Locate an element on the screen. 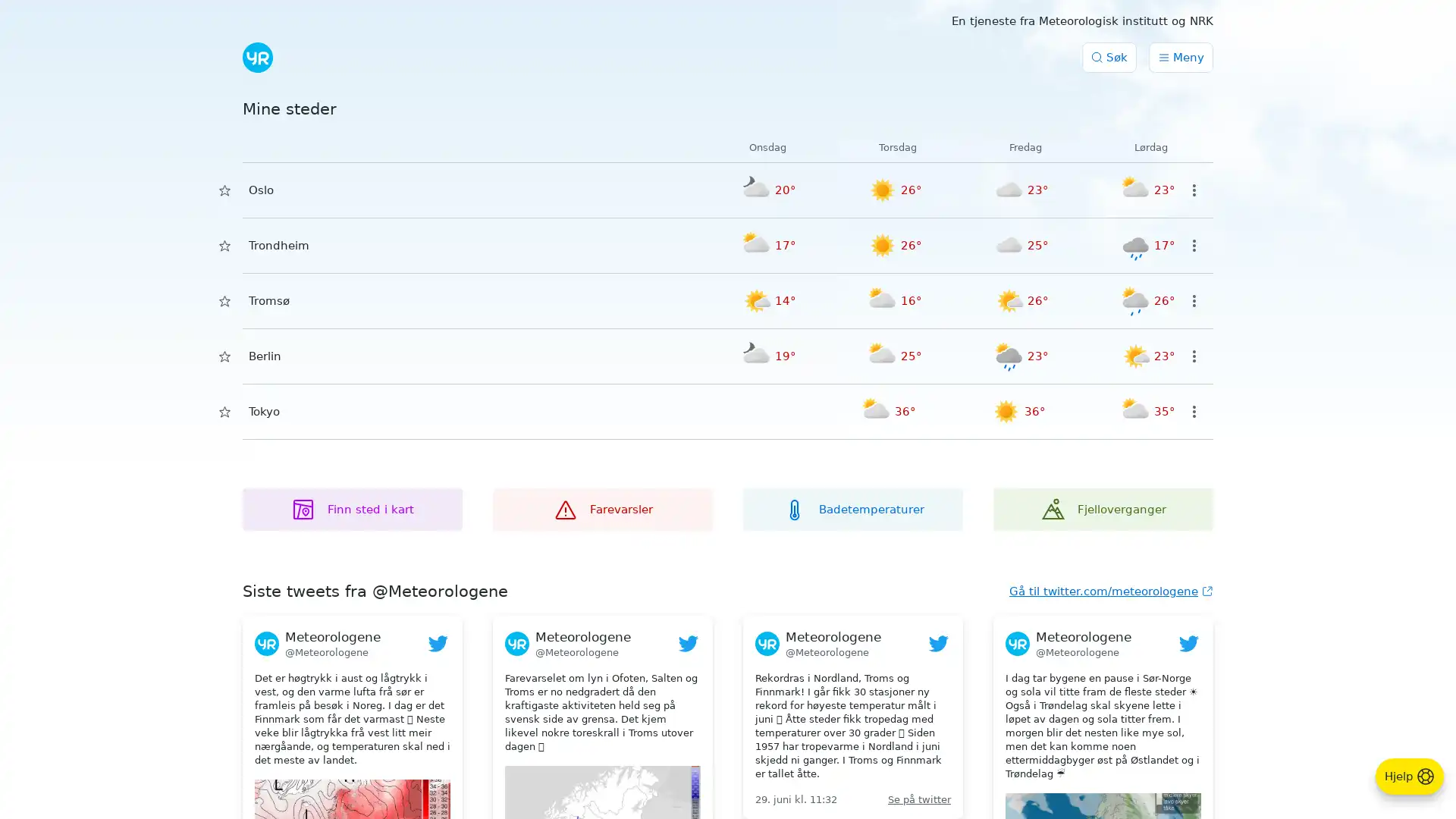 The image size is (1456, 819). Lagre i Mine steder is located at coordinates (224, 356).